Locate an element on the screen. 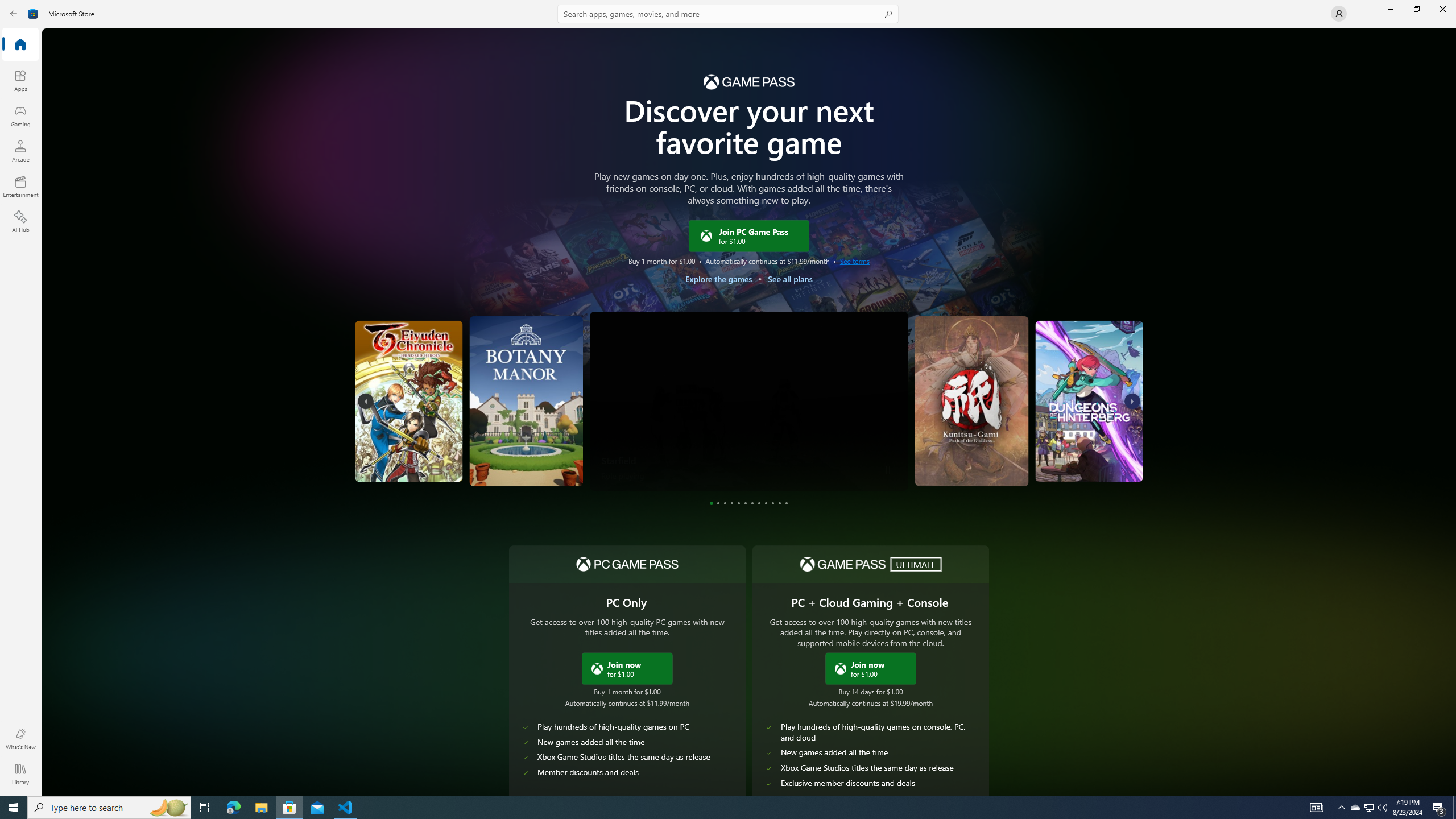  'PC Game Pass logo' is located at coordinates (627, 564).